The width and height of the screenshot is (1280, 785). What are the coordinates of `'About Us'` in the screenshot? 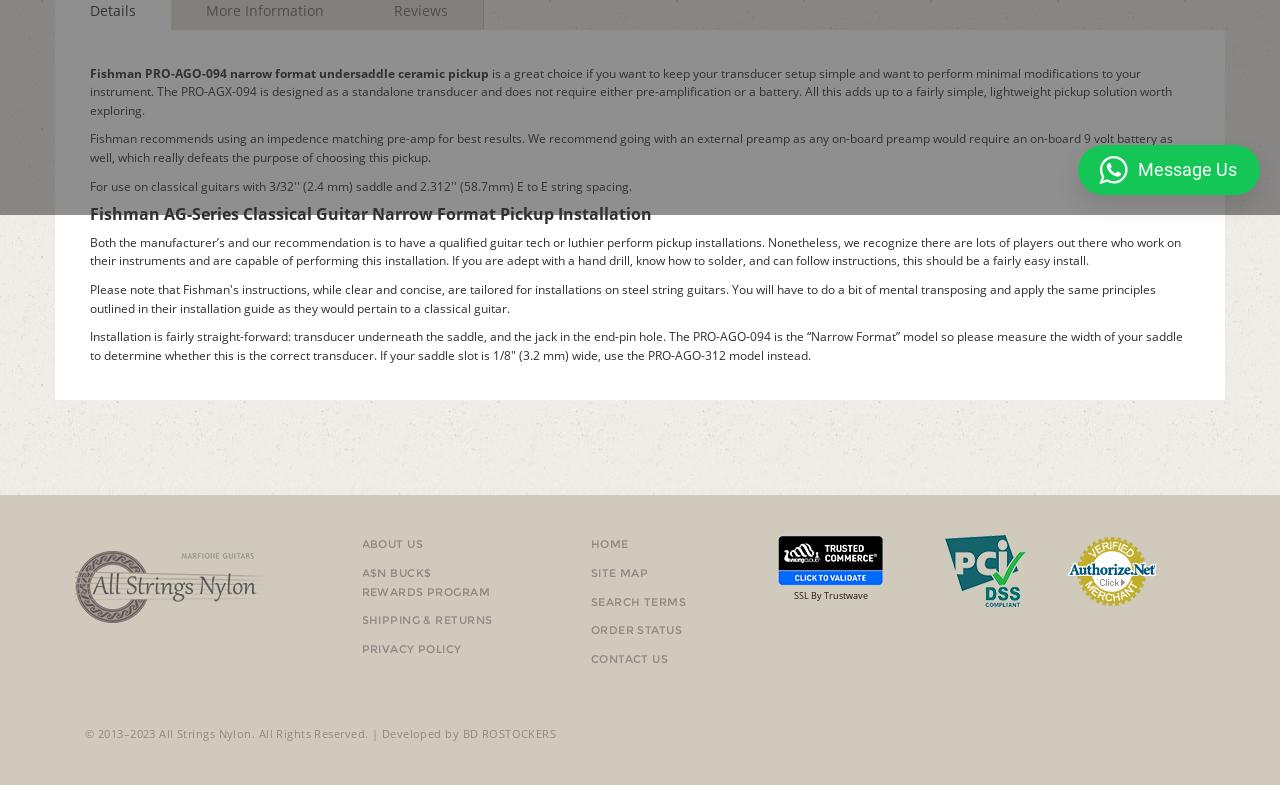 It's located at (392, 544).